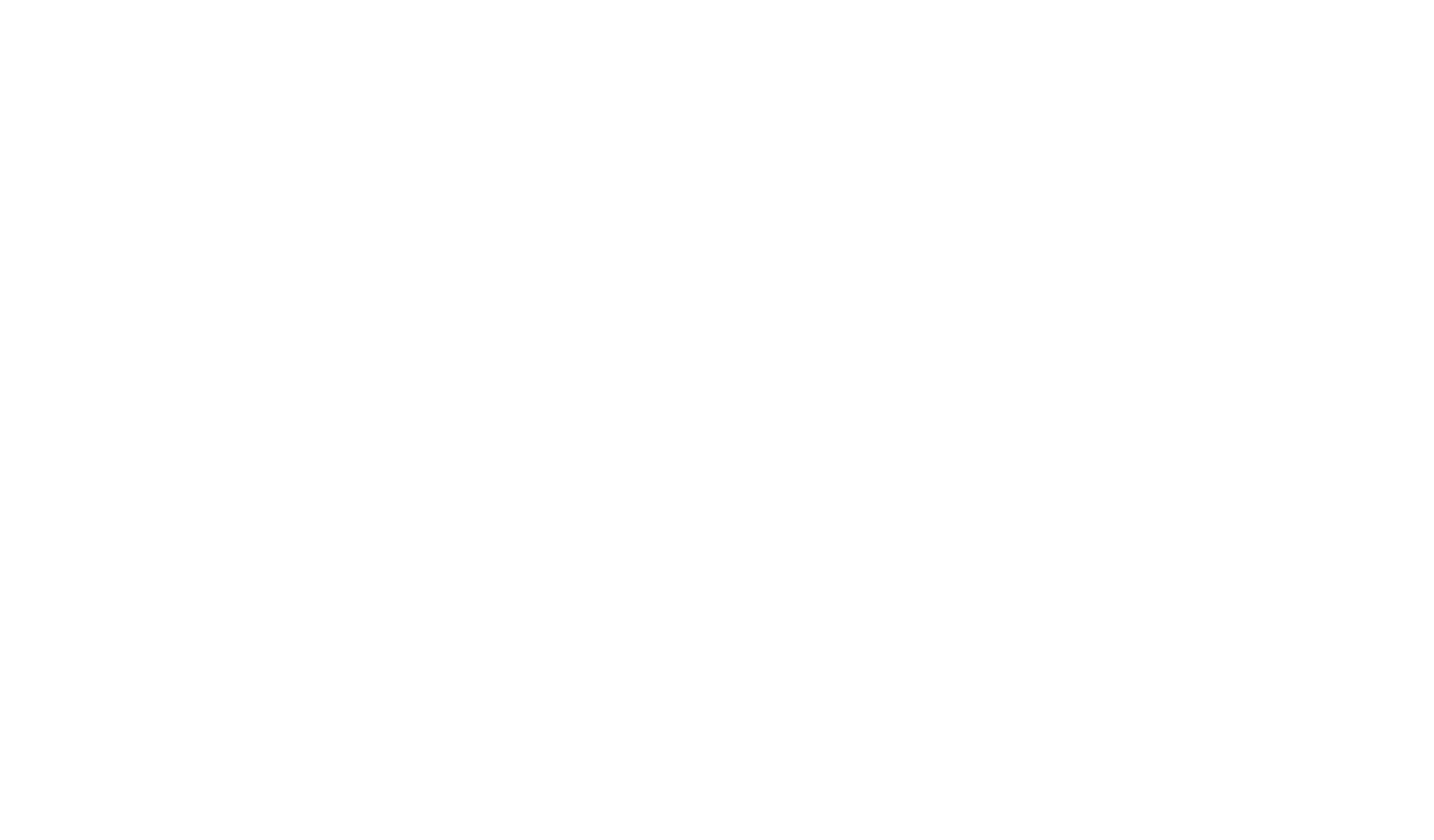 The width and height of the screenshot is (1434, 840). Describe the element at coordinates (507, 803) in the screenshot. I see `'Once upon a time in the world of welding, Kemppi created X8'` at that location.